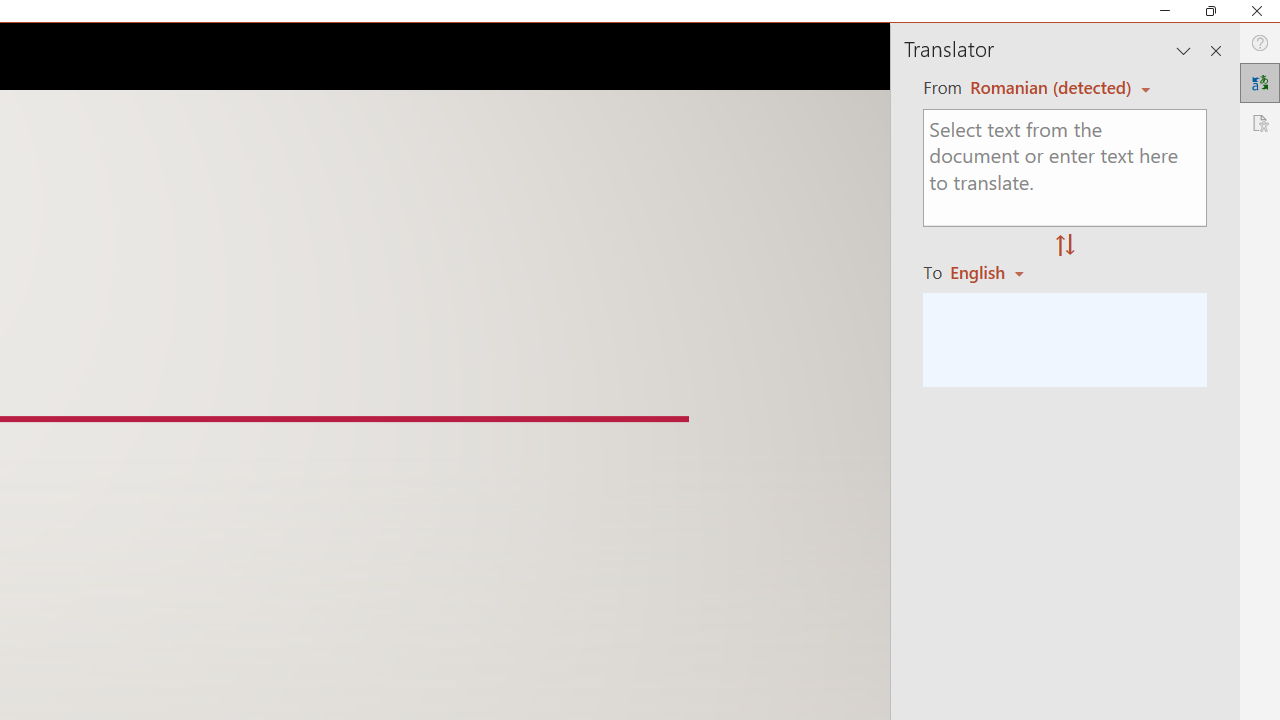 This screenshot has width=1280, height=720. I want to click on 'Close pane', so click(1215, 50).